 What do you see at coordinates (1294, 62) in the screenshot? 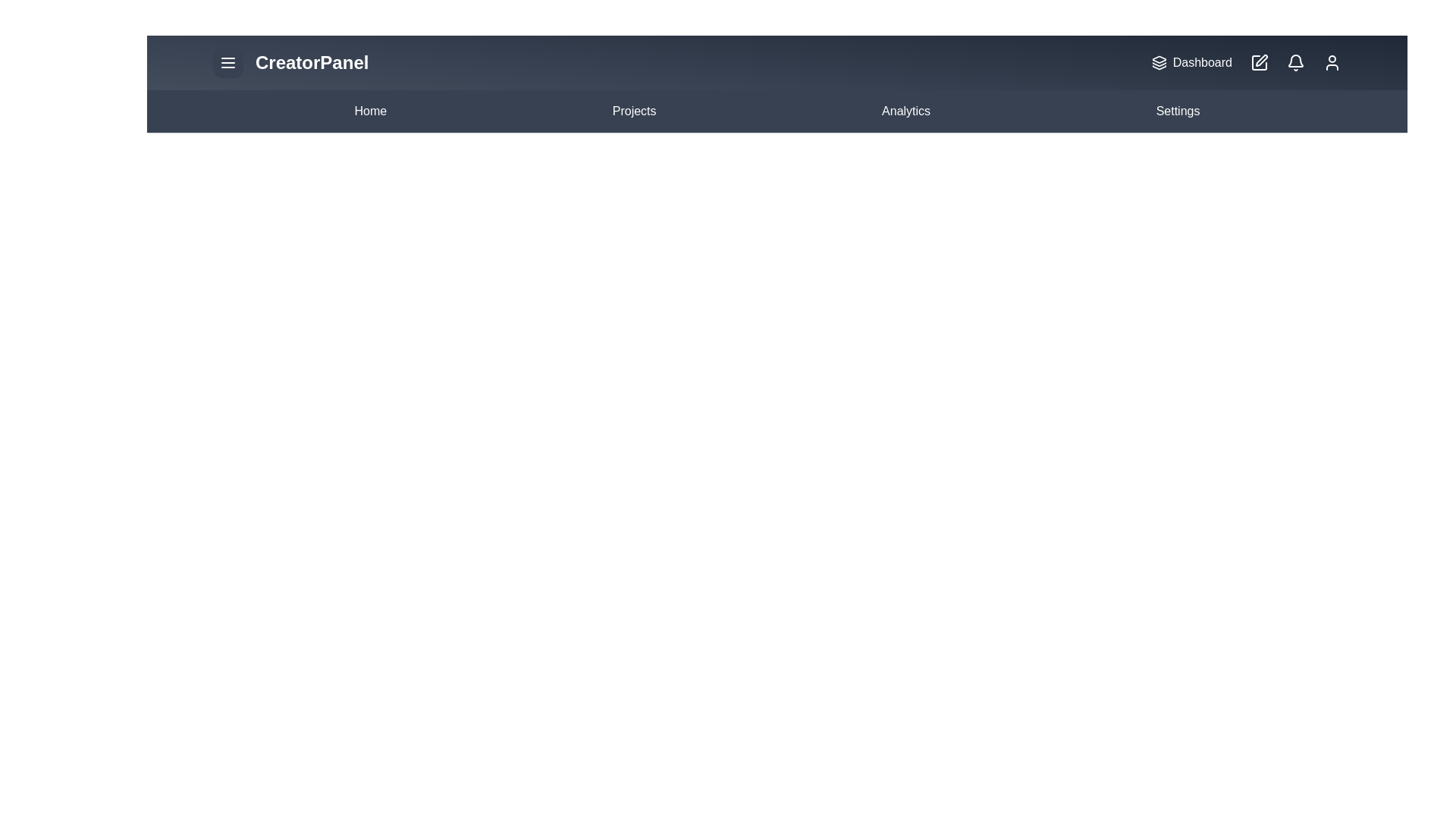
I see `the 'Notifications' button represented by the bell icon` at bounding box center [1294, 62].